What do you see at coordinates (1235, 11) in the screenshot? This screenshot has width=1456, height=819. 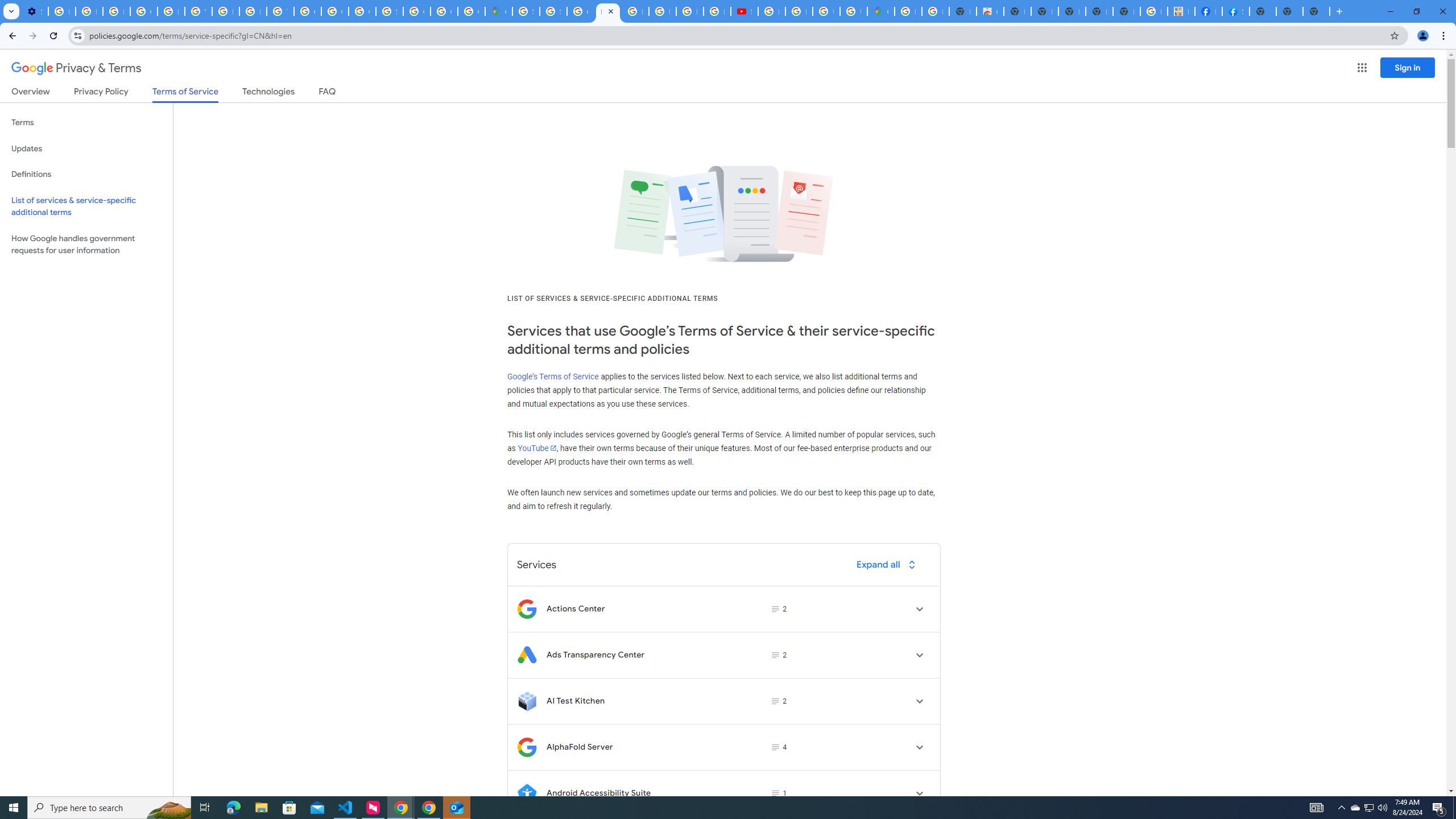 I see `'Sign Up for Facebook'` at bounding box center [1235, 11].